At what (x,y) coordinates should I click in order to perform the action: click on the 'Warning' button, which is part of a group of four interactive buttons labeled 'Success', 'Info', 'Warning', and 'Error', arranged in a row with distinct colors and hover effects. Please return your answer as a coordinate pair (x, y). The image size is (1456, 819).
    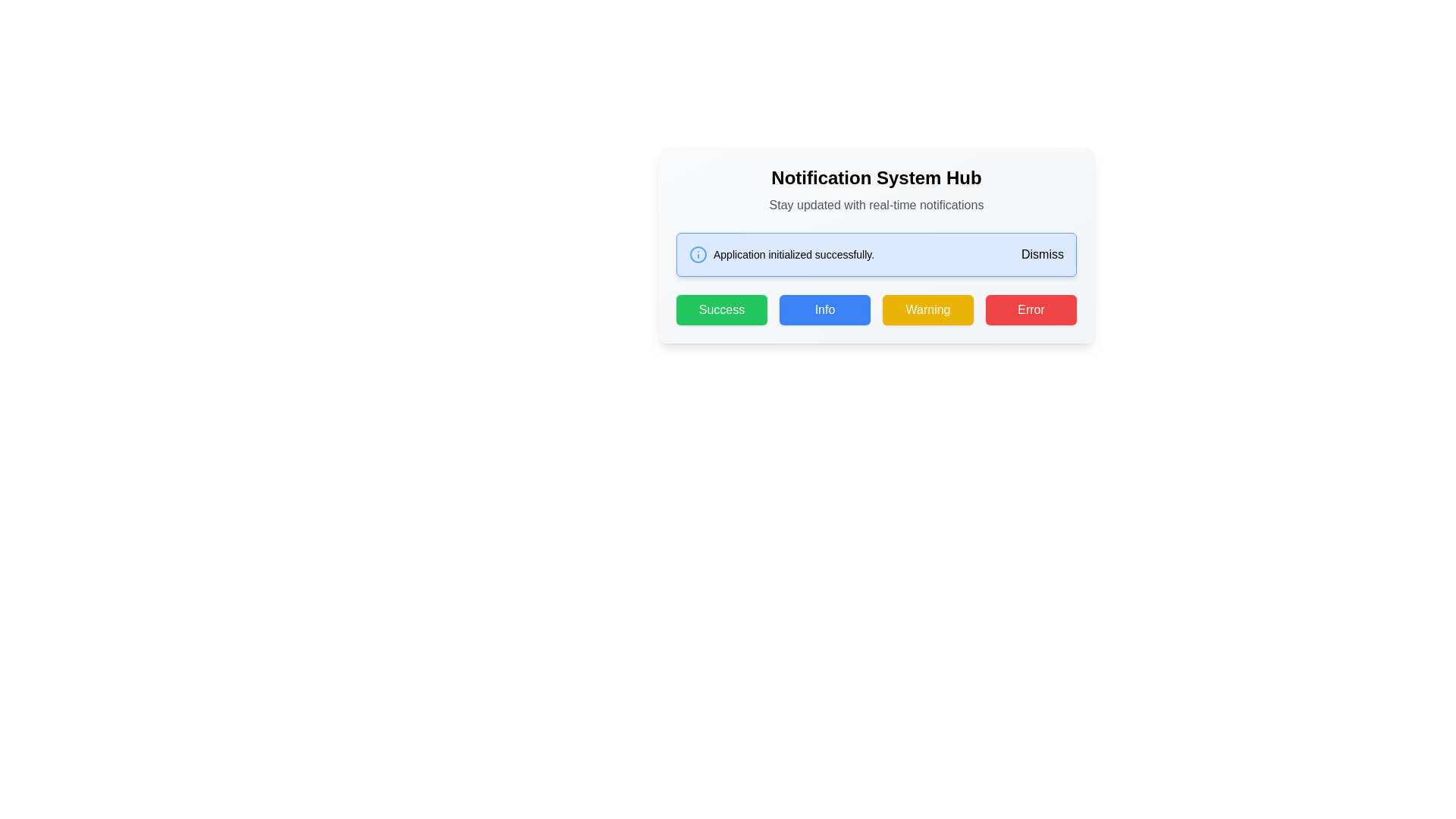
    Looking at the image, I should click on (877, 309).